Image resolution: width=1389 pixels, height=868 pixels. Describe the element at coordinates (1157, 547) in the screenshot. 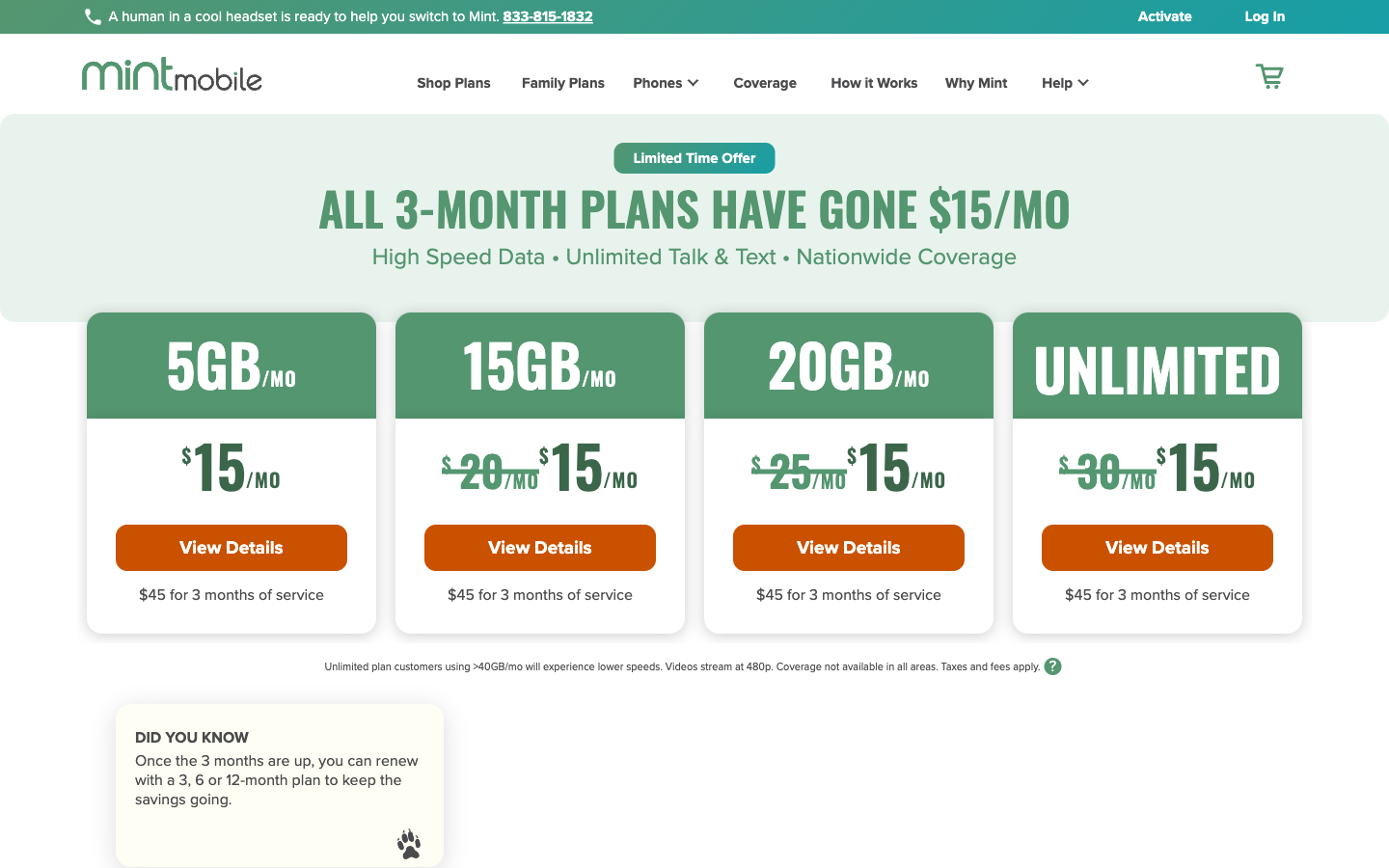

I see `Inspect the information of Unlimited Data package` at that location.